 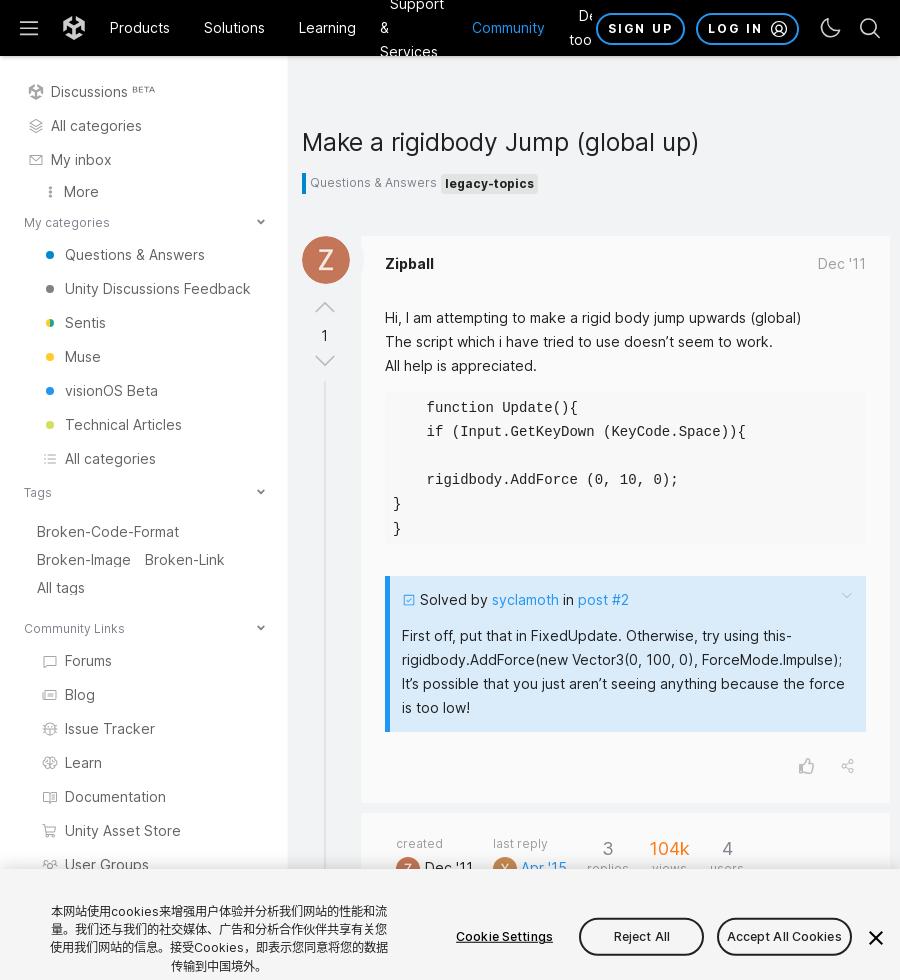 What do you see at coordinates (385, 341) in the screenshot?
I see `'The script which i have tried to use doesn’t seem to work.'` at bounding box center [385, 341].